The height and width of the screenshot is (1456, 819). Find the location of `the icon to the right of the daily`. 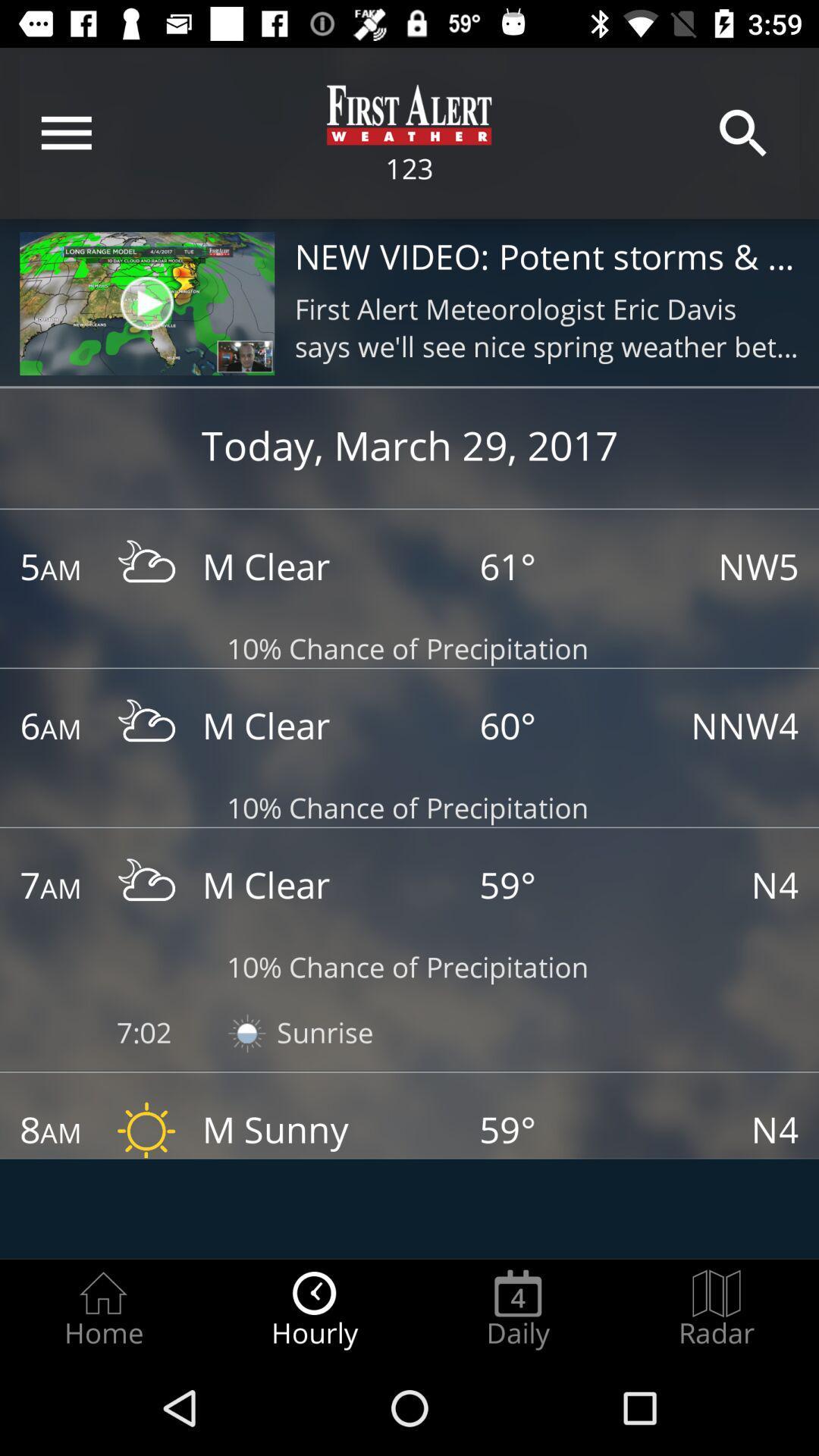

the icon to the right of the daily is located at coordinates (717, 1309).